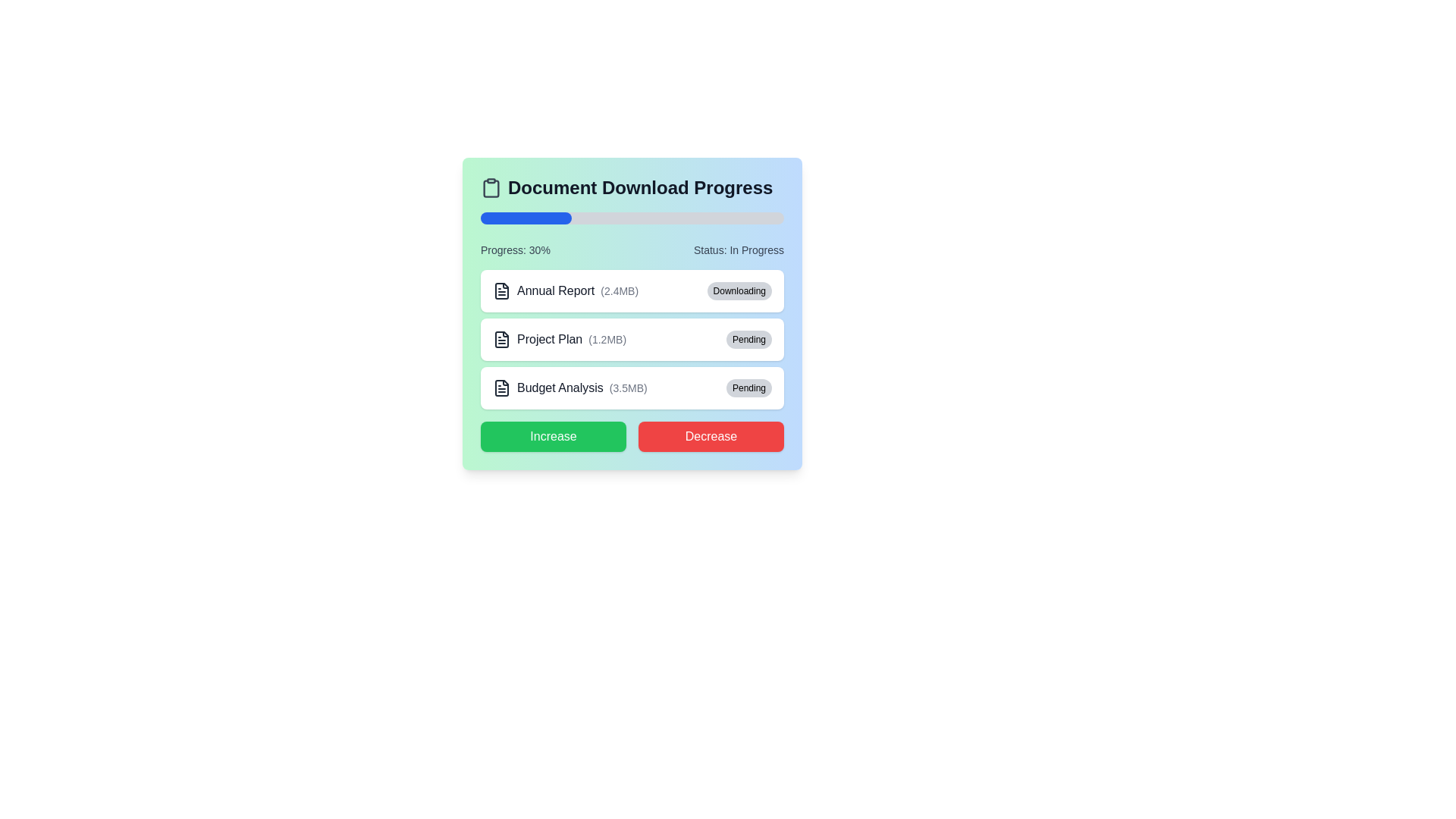  I want to click on text label indicating the title or name of a downloadable document located below 'Annual Report (2.4MB)' and above 'Budget Analysis (3.5MB)', so click(549, 338).